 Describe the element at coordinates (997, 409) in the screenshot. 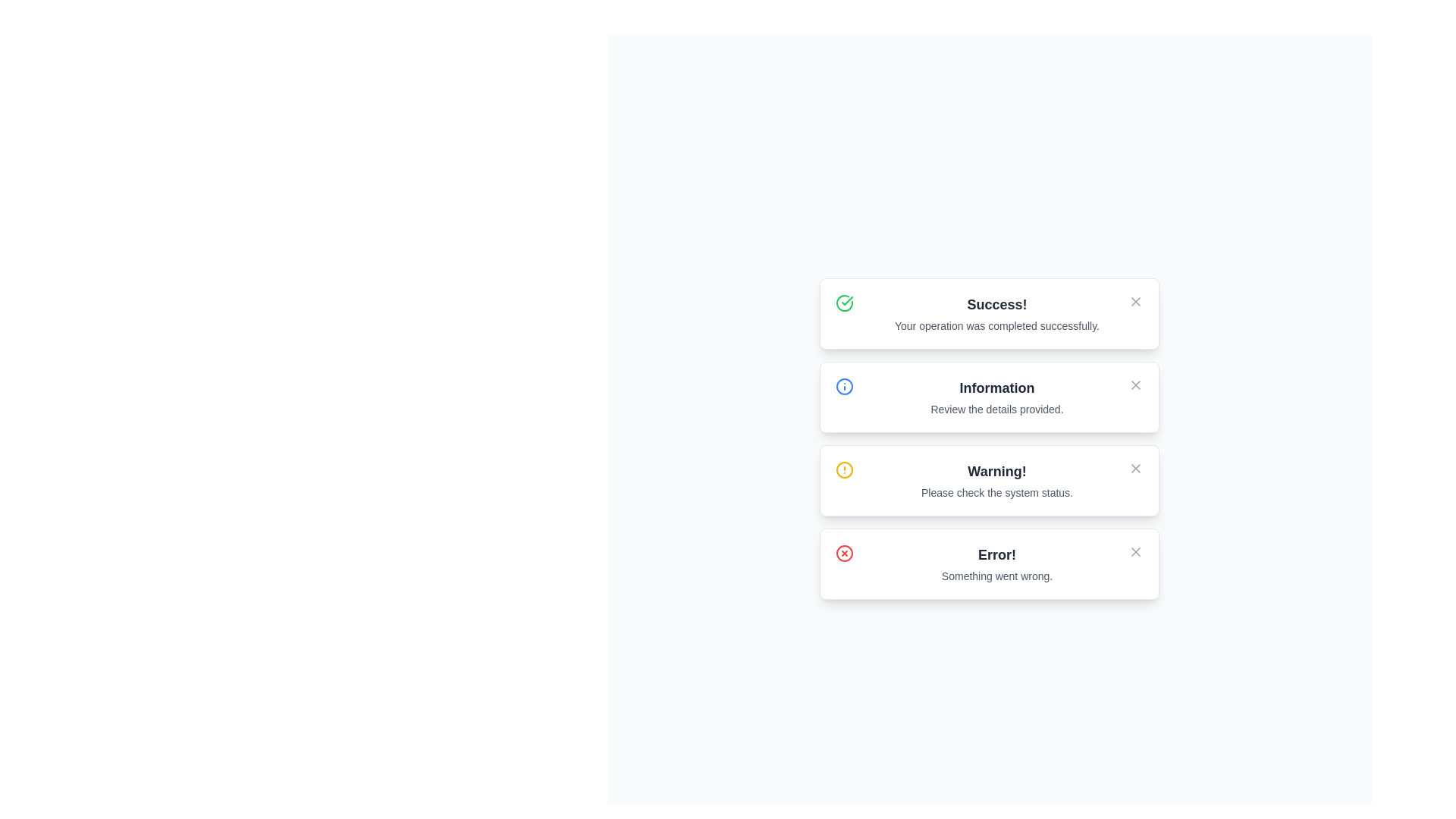

I see `the text label displaying 'Review the details provided.' which is located below the 'Information' section in the second card from the top` at that location.